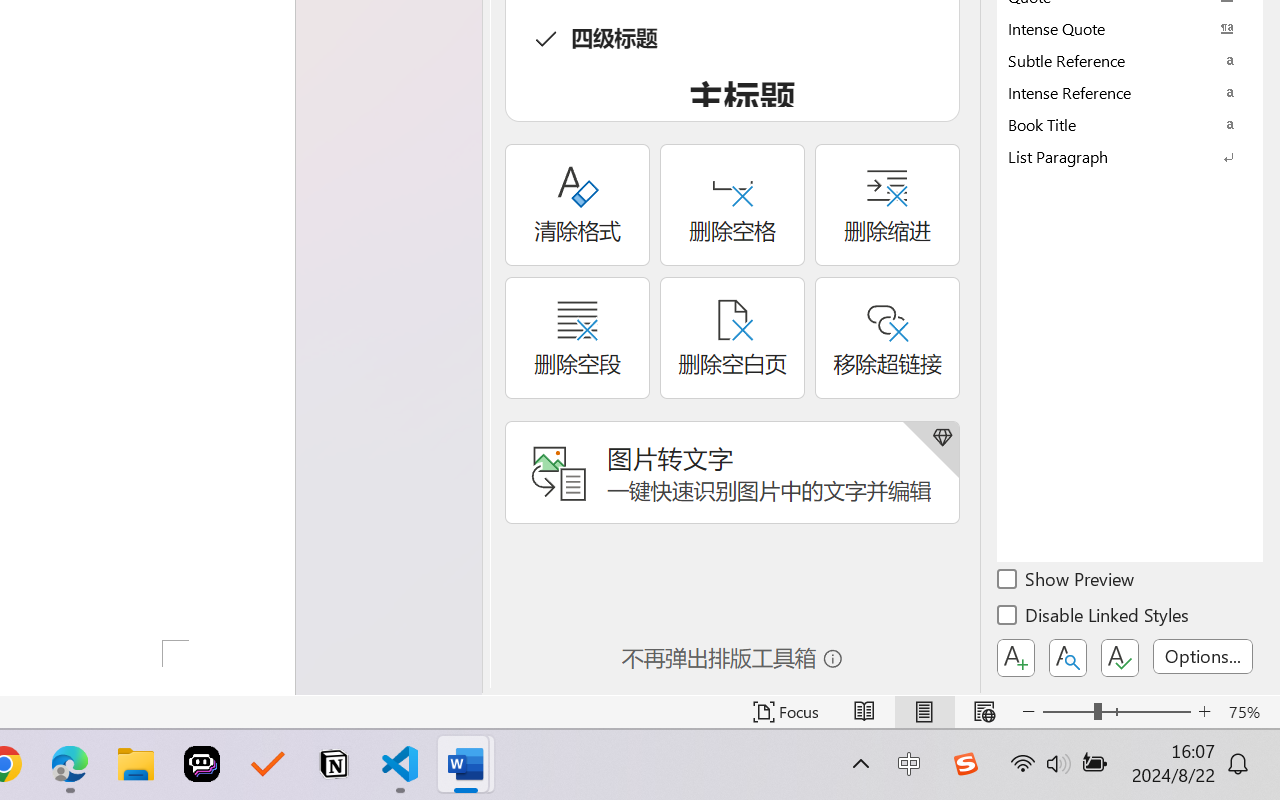  I want to click on 'Class: NetUIButton', so click(1120, 657).